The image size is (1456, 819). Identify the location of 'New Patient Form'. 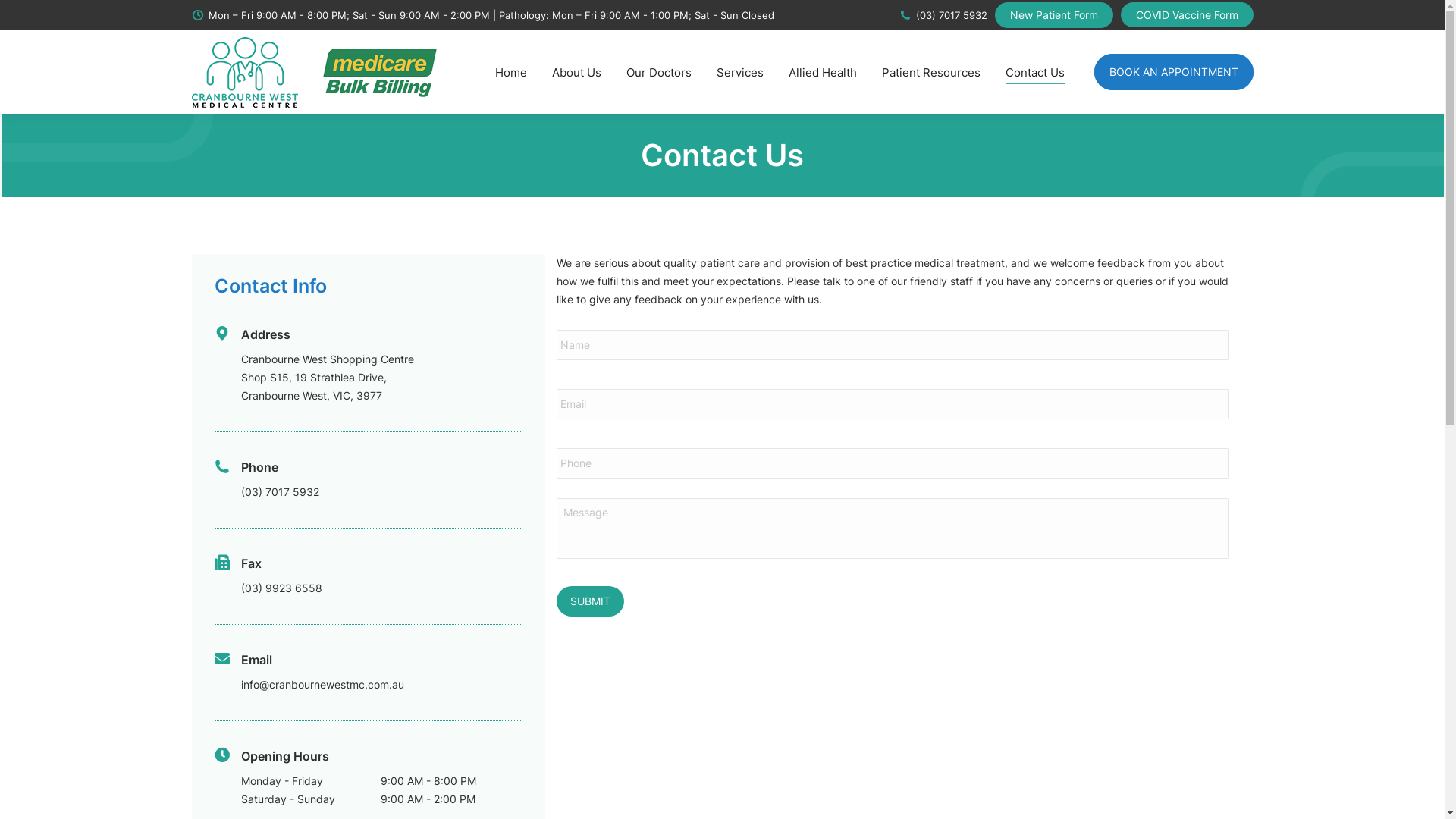
(1053, 14).